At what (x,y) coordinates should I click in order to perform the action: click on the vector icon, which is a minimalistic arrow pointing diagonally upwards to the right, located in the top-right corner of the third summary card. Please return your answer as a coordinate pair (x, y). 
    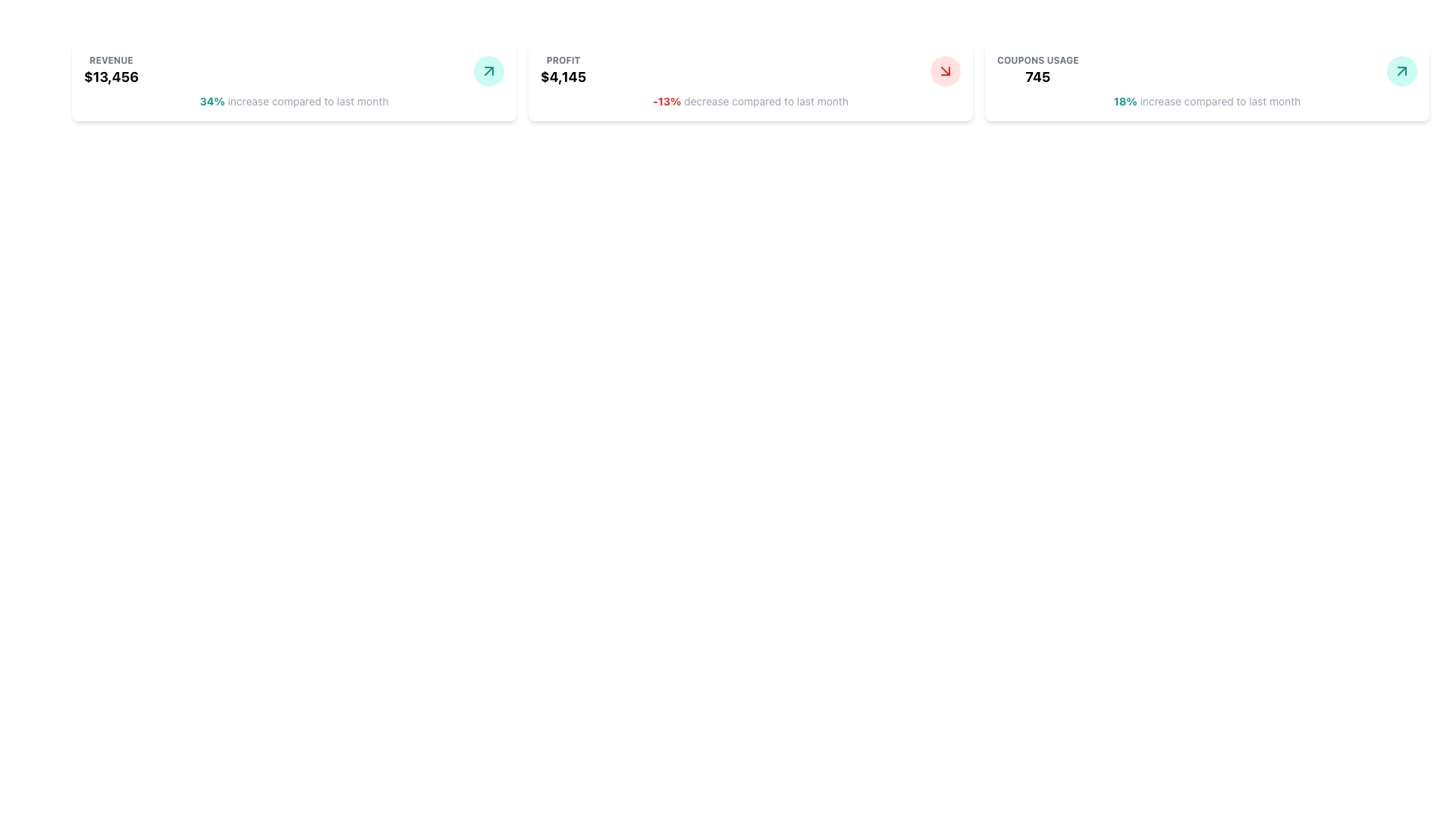
    Looking at the image, I should click on (488, 71).